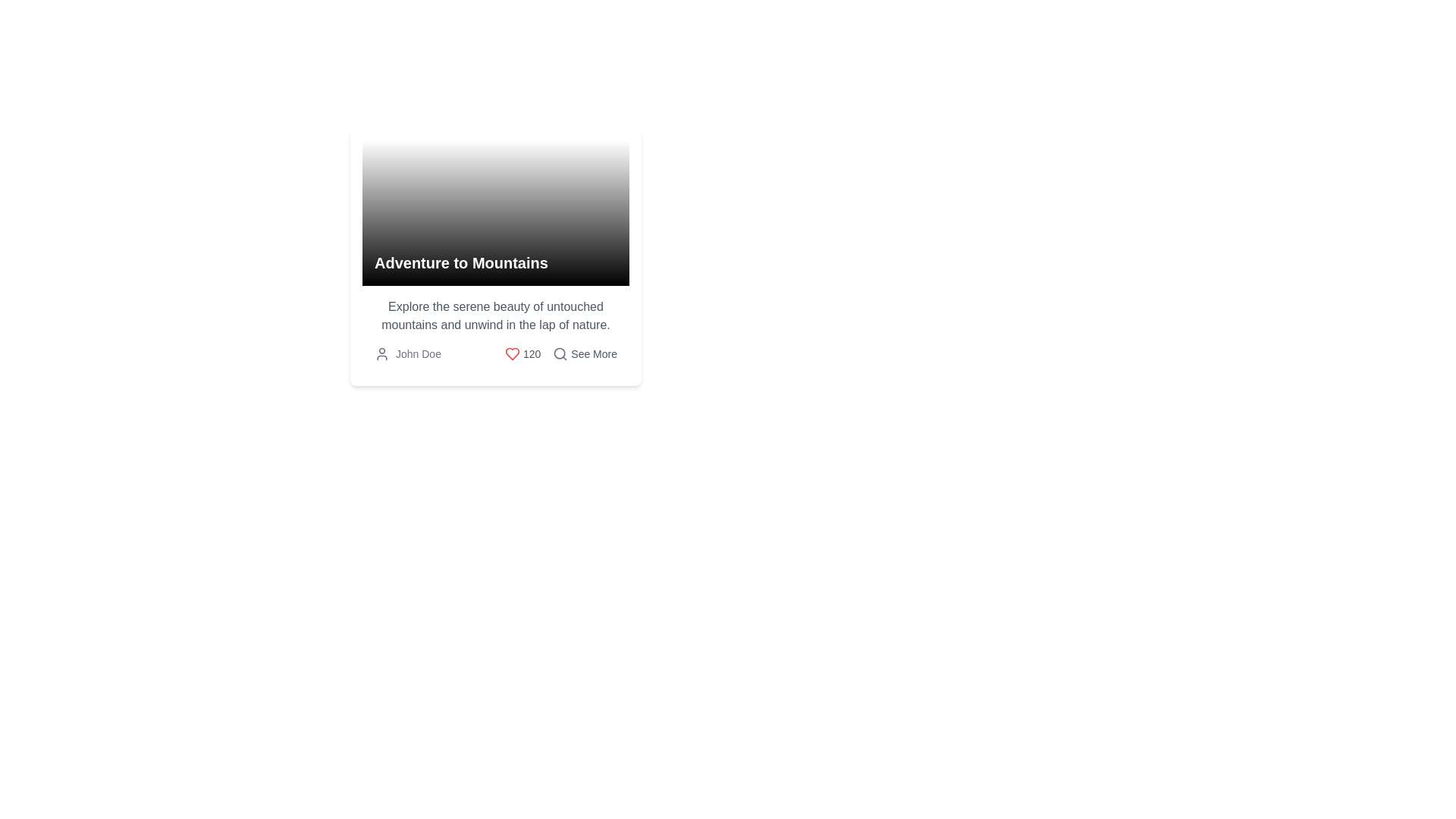  I want to click on the Text Label that indicates the like or favorite count, positioned to the right of the heart icon at the bottom center of the card layout, so click(532, 353).